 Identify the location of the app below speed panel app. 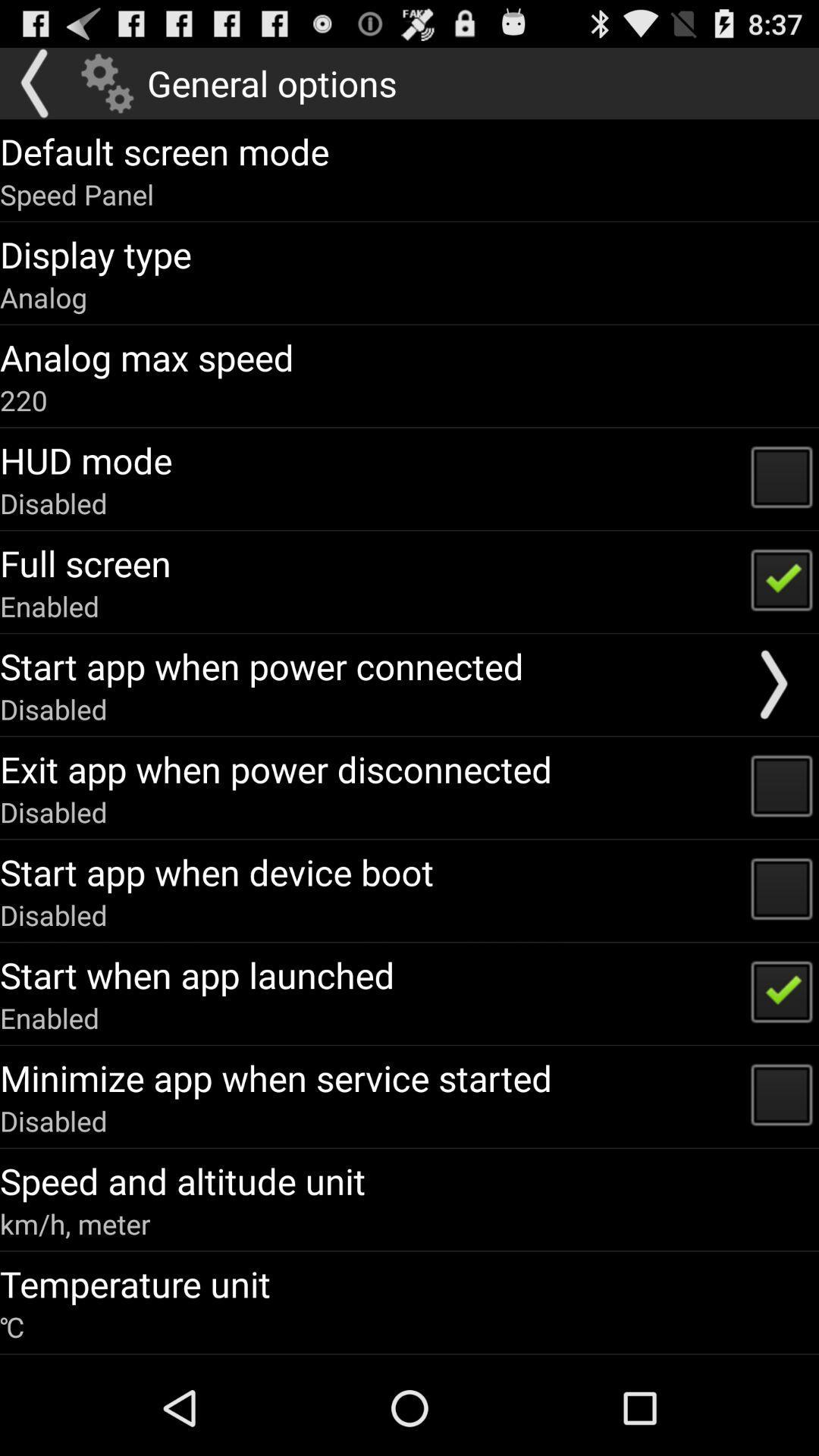
(96, 254).